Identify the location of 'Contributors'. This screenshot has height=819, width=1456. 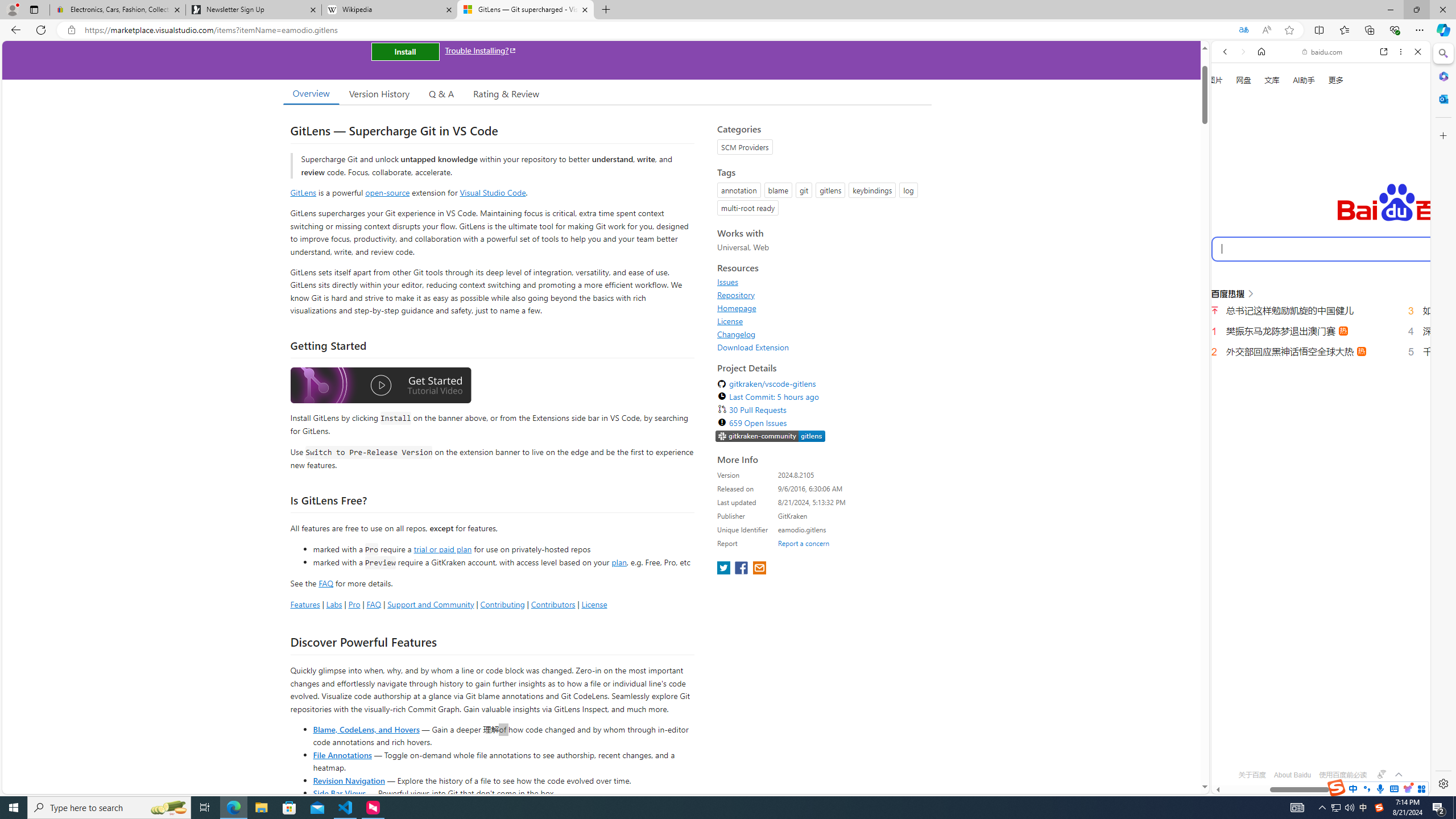
(552, 603).